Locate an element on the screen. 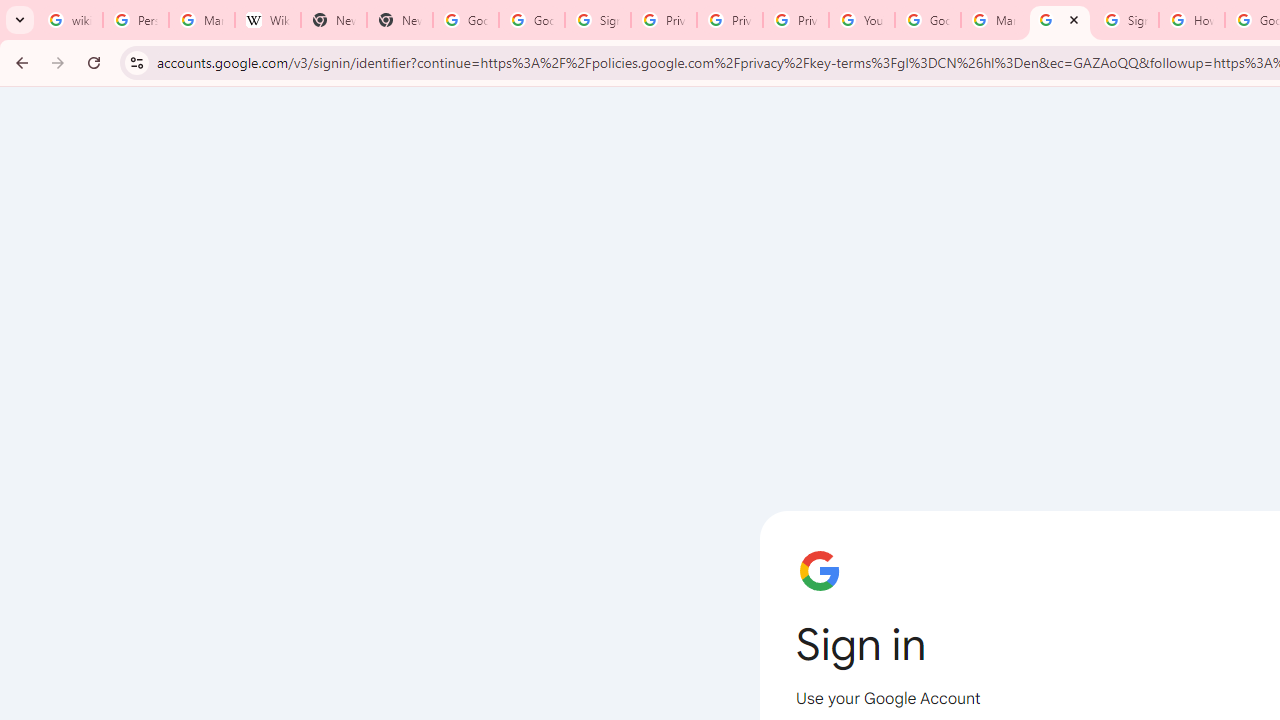 This screenshot has height=720, width=1280. 'View site information' is located at coordinates (135, 61).